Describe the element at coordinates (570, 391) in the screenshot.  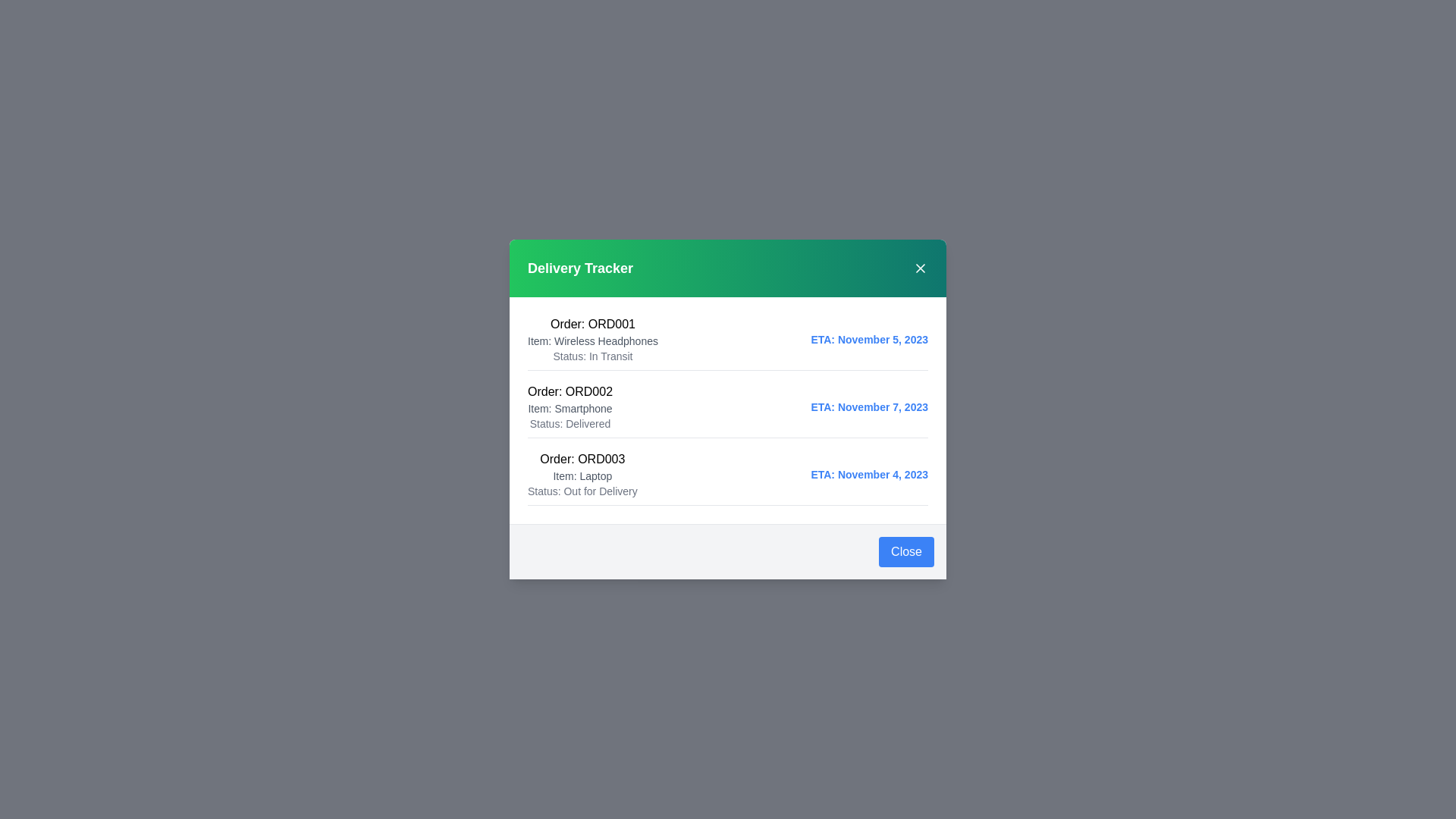
I see `the text element corresponding to ORD002` at that location.